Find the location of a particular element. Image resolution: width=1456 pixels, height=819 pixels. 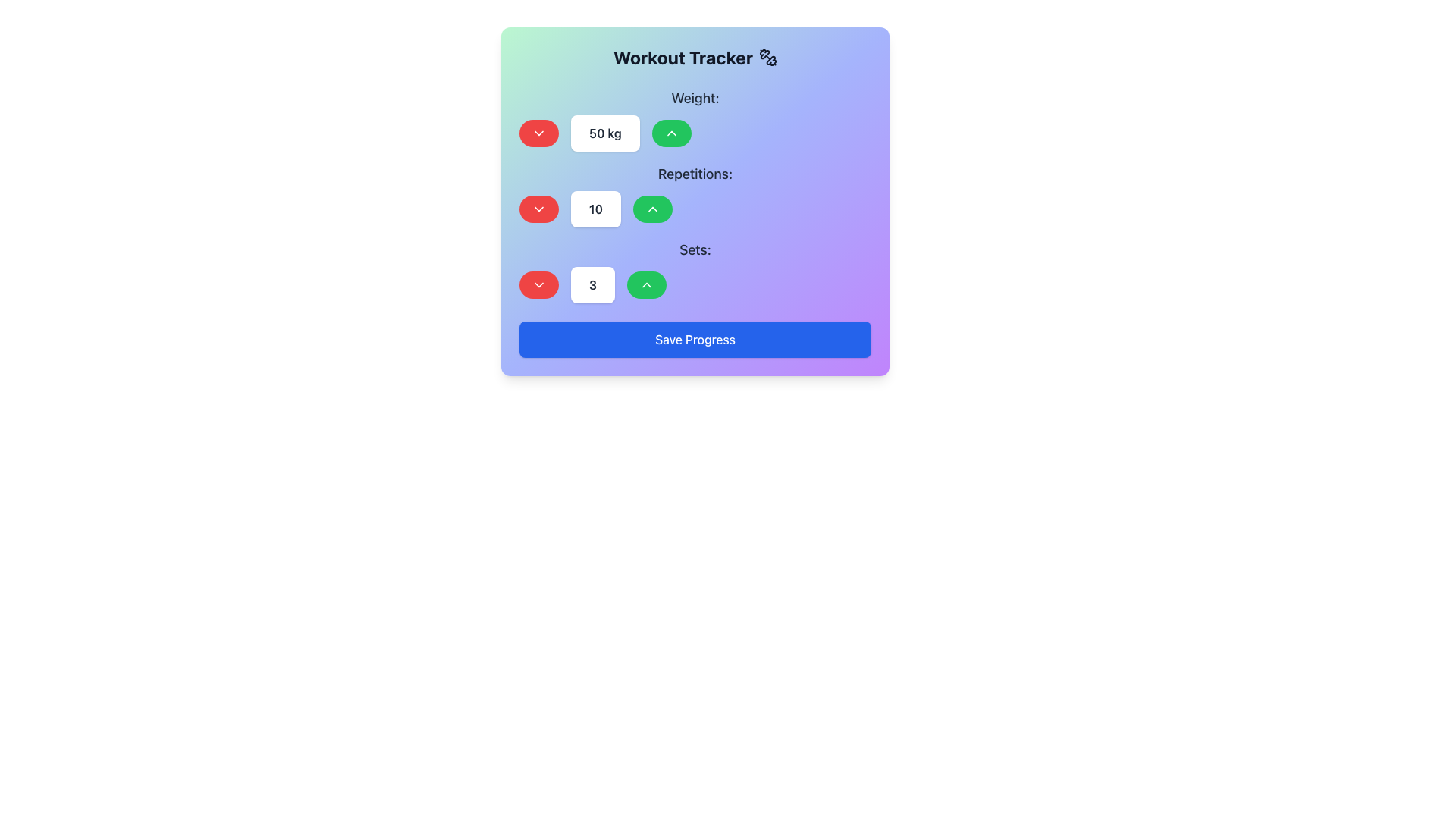

the chevron icon button located to the right of the 'Repetitions' numeric input field is located at coordinates (670, 133).